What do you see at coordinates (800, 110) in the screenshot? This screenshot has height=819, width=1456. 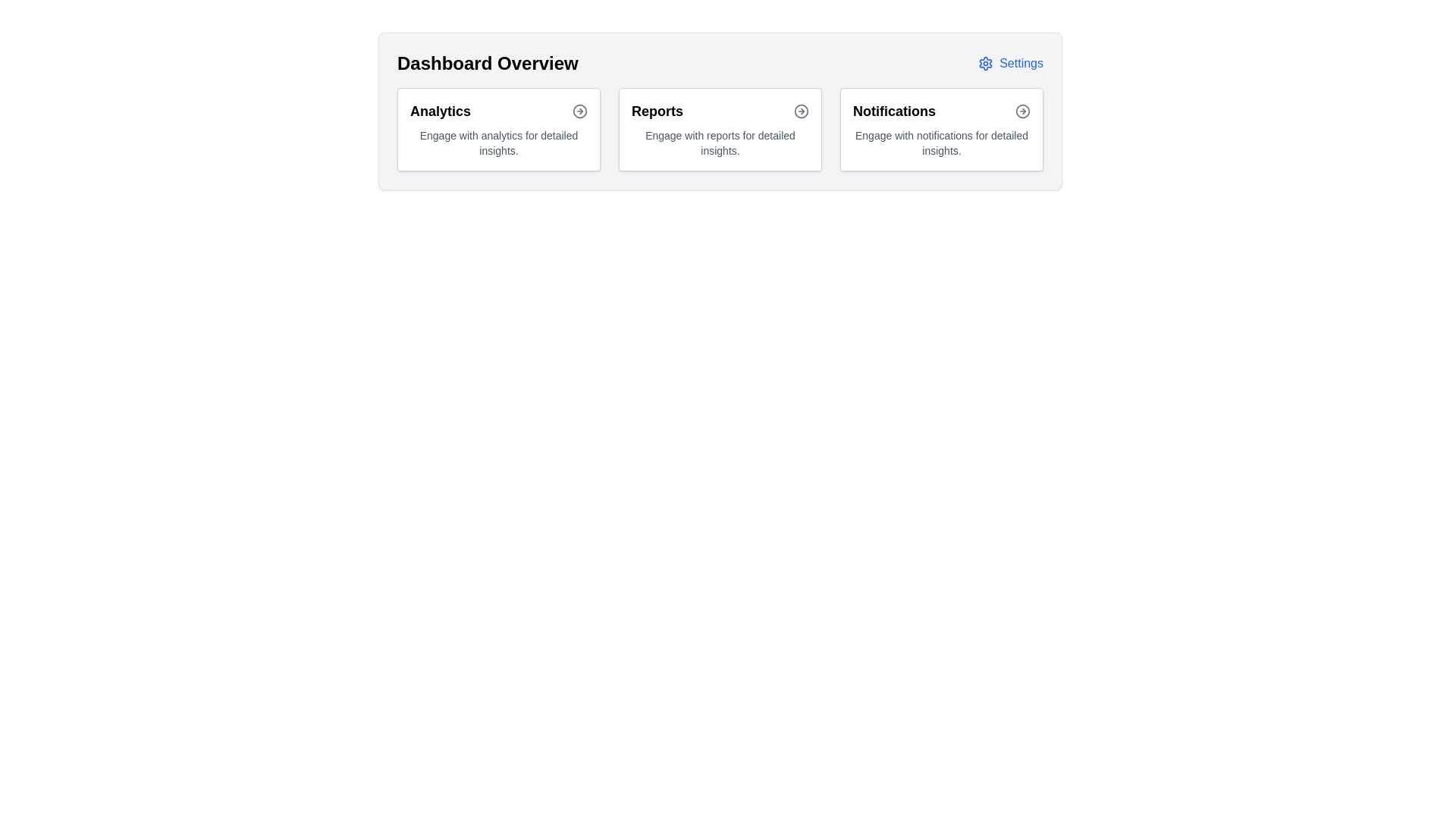 I see `the circular graphical icon component located in the Reports card at the top-right corner` at bounding box center [800, 110].